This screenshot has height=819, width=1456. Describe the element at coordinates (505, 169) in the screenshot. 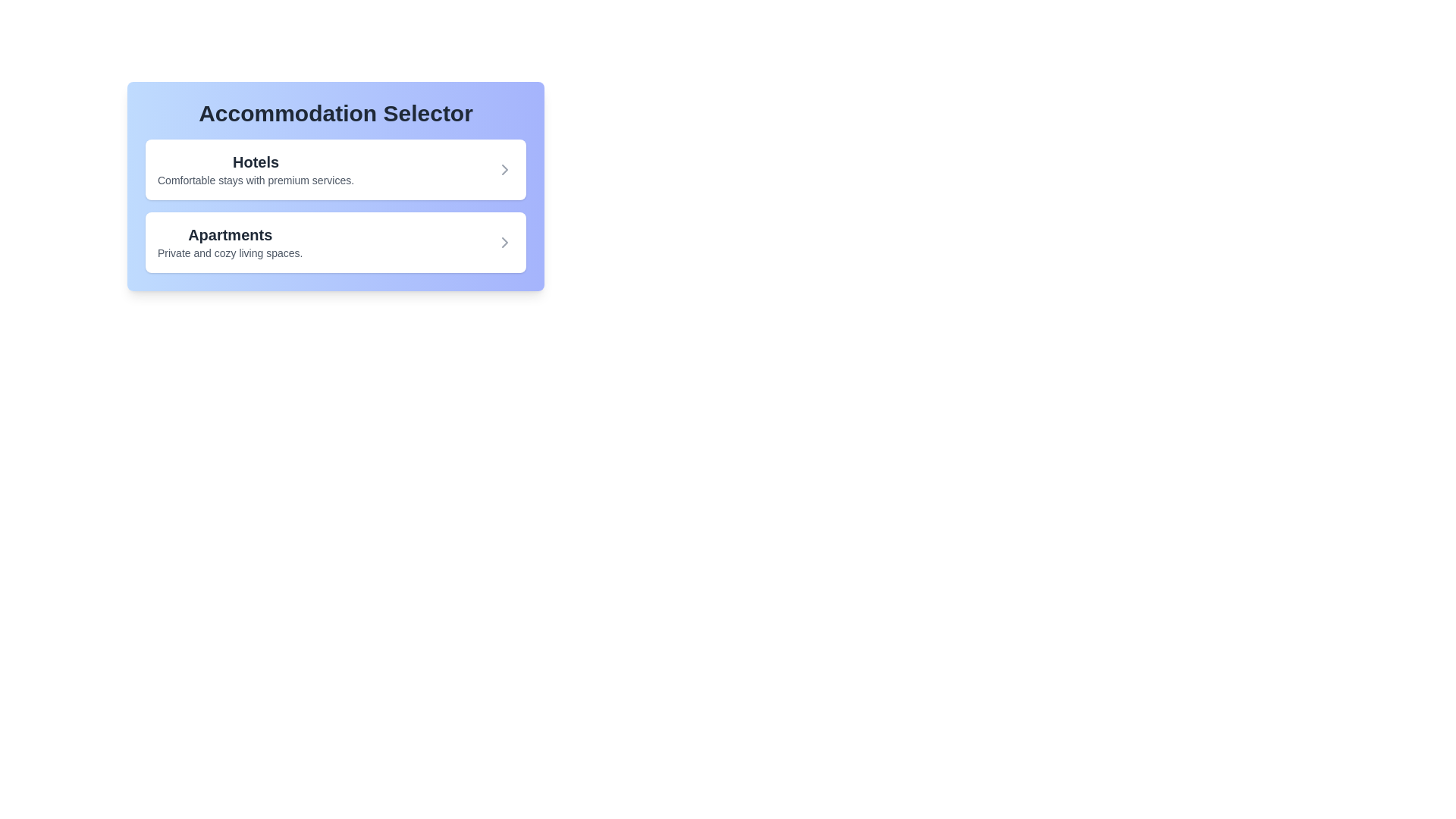

I see `the chevron icon located to the right of the 'Hotels' button` at that location.